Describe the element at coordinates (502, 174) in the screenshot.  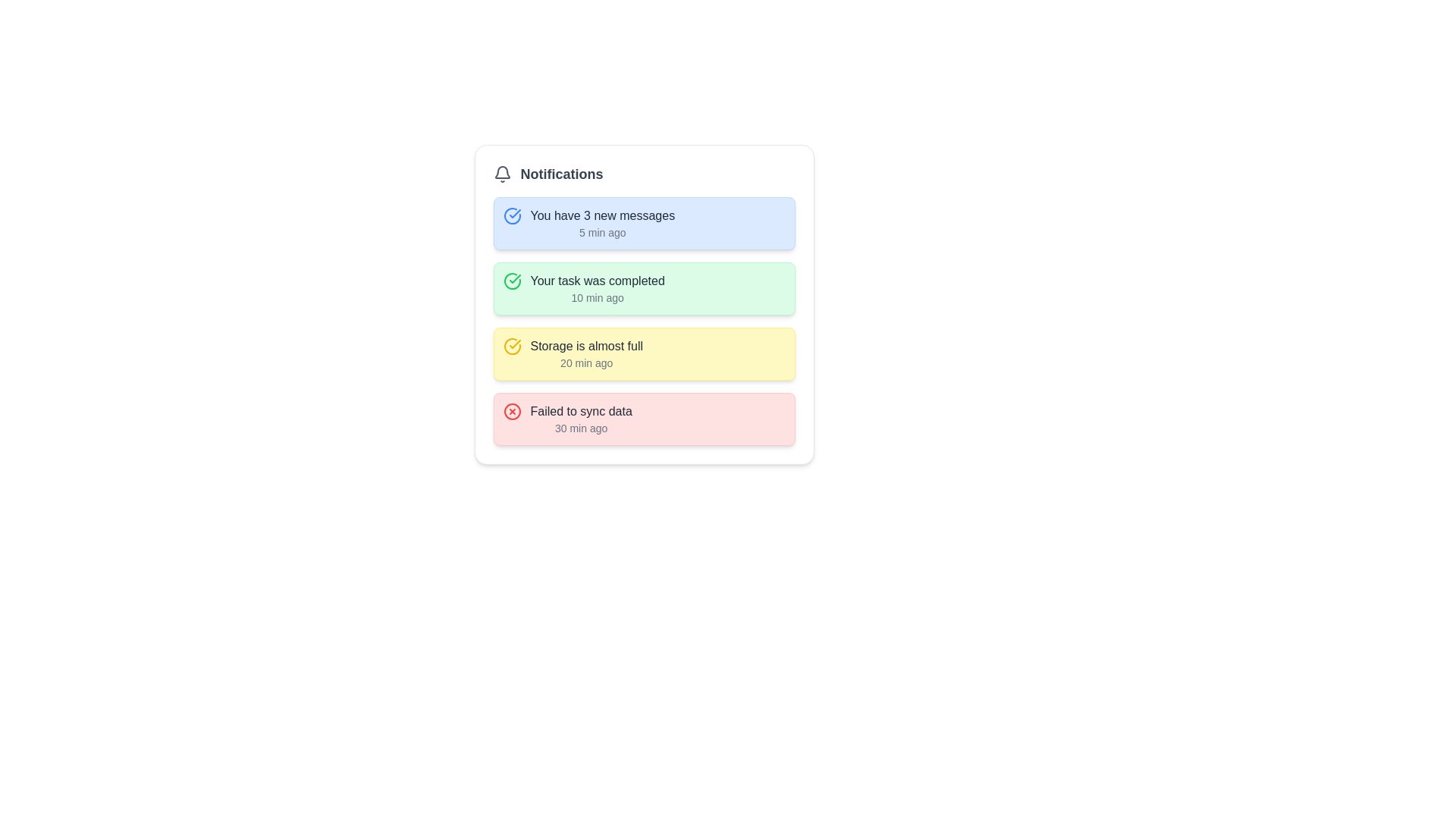
I see `the bell-shaped icon with a gray outline located to the left of the text 'Notifications' at the top of the white notification card` at that location.